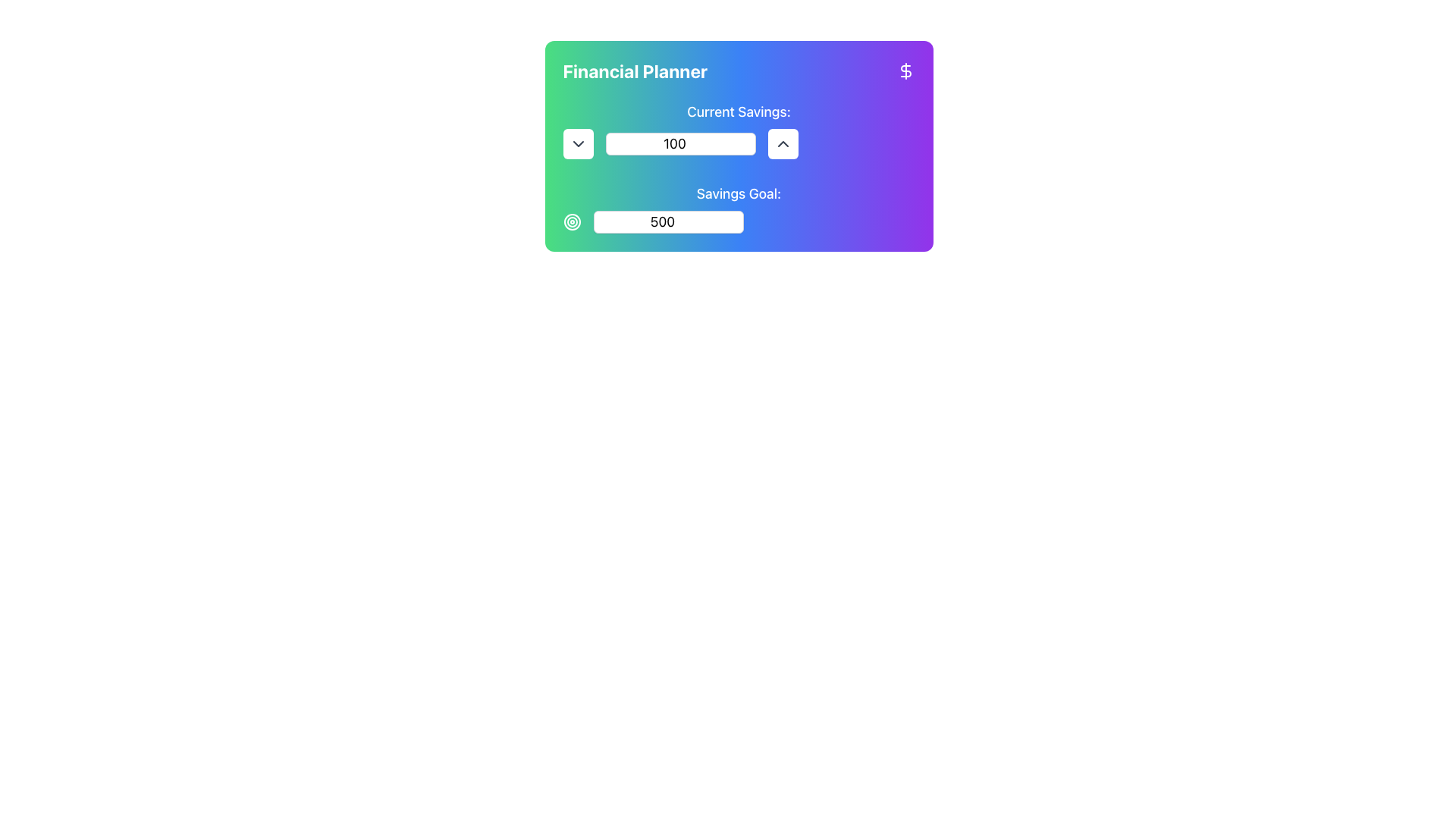 Image resolution: width=1456 pixels, height=819 pixels. I want to click on the leftmost button in the 'Current Savings' group to decrement the numeric value in the adjacent input field, so click(577, 143).